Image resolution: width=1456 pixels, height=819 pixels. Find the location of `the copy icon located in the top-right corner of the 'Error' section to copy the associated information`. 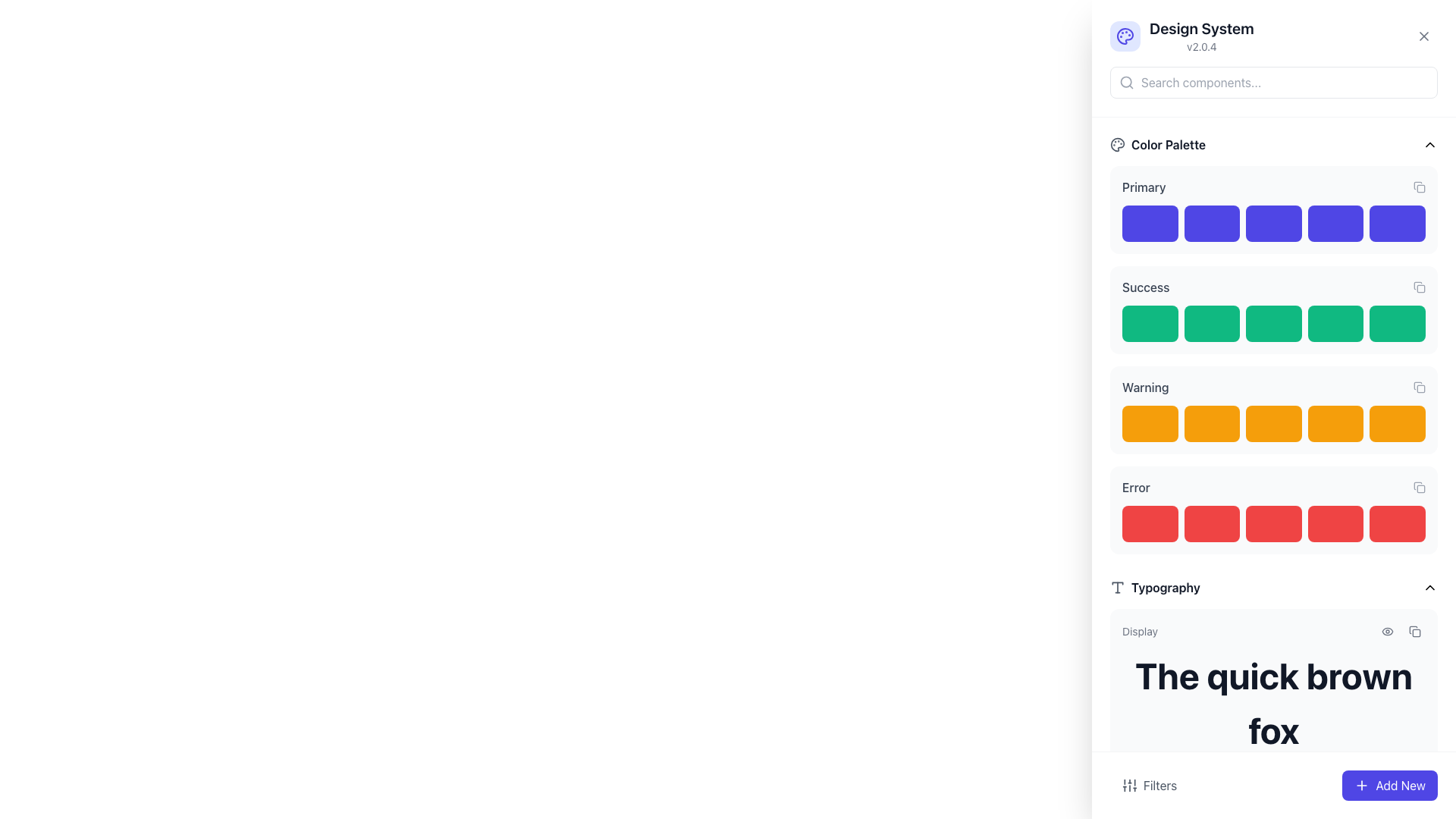

the copy icon located in the top-right corner of the 'Error' section to copy the associated information is located at coordinates (1420, 488).